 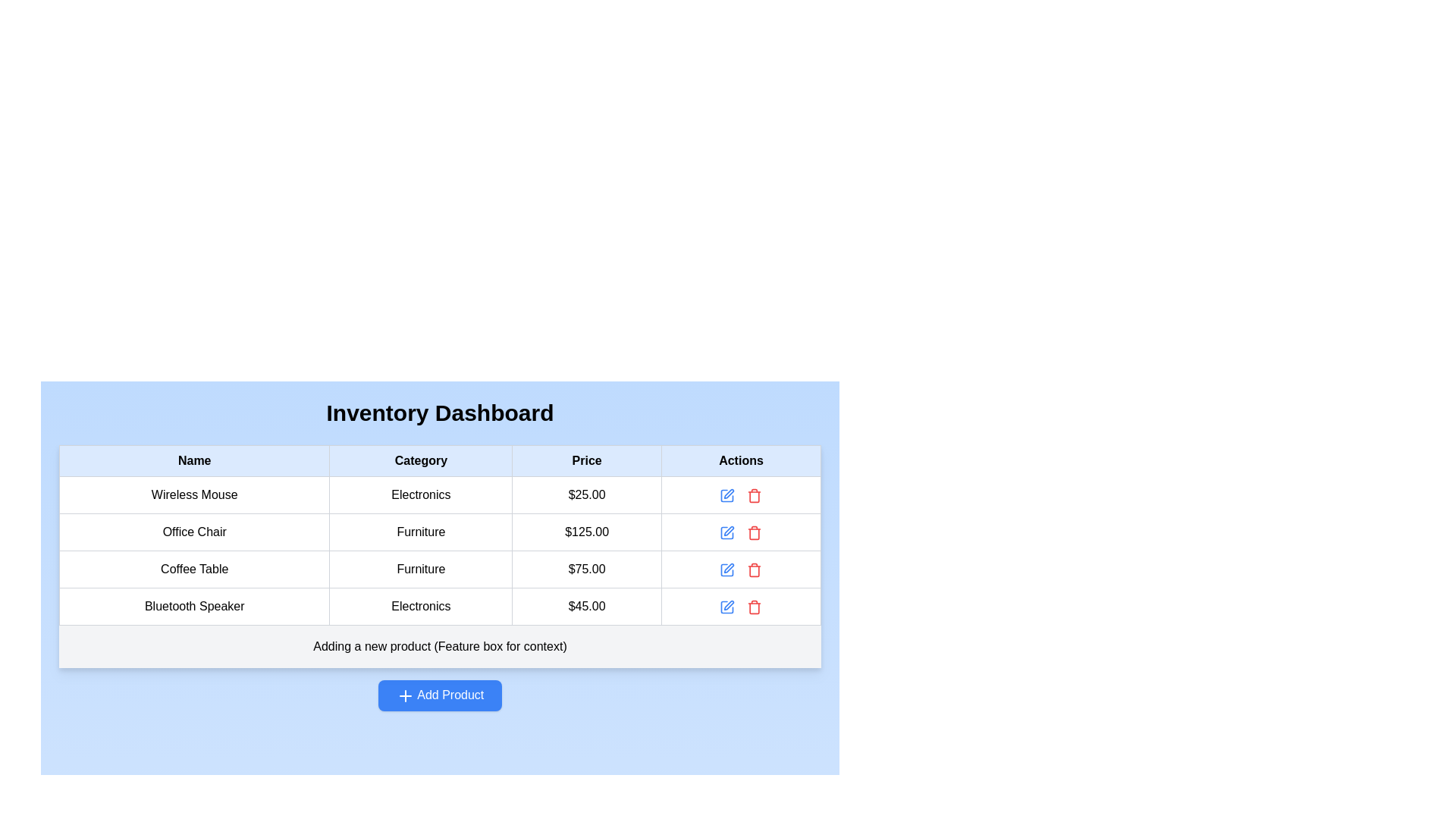 What do you see at coordinates (193, 494) in the screenshot?
I see `the text label 'Wireless Mouse' located in the first row and first column of the table under the 'Name' column` at bounding box center [193, 494].